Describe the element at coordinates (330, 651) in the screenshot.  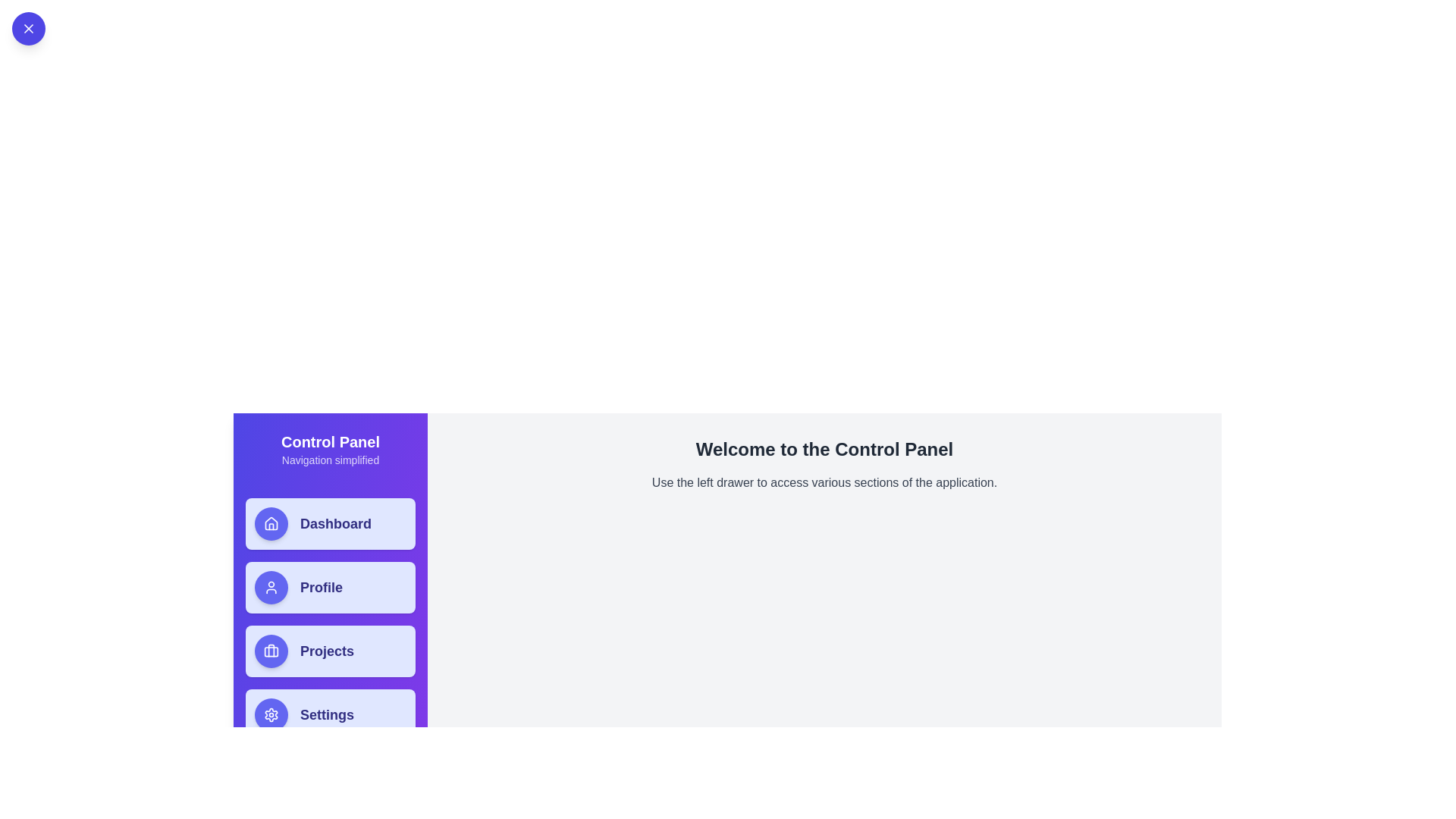
I see `the menu item labeled Projects in the drawer` at that location.